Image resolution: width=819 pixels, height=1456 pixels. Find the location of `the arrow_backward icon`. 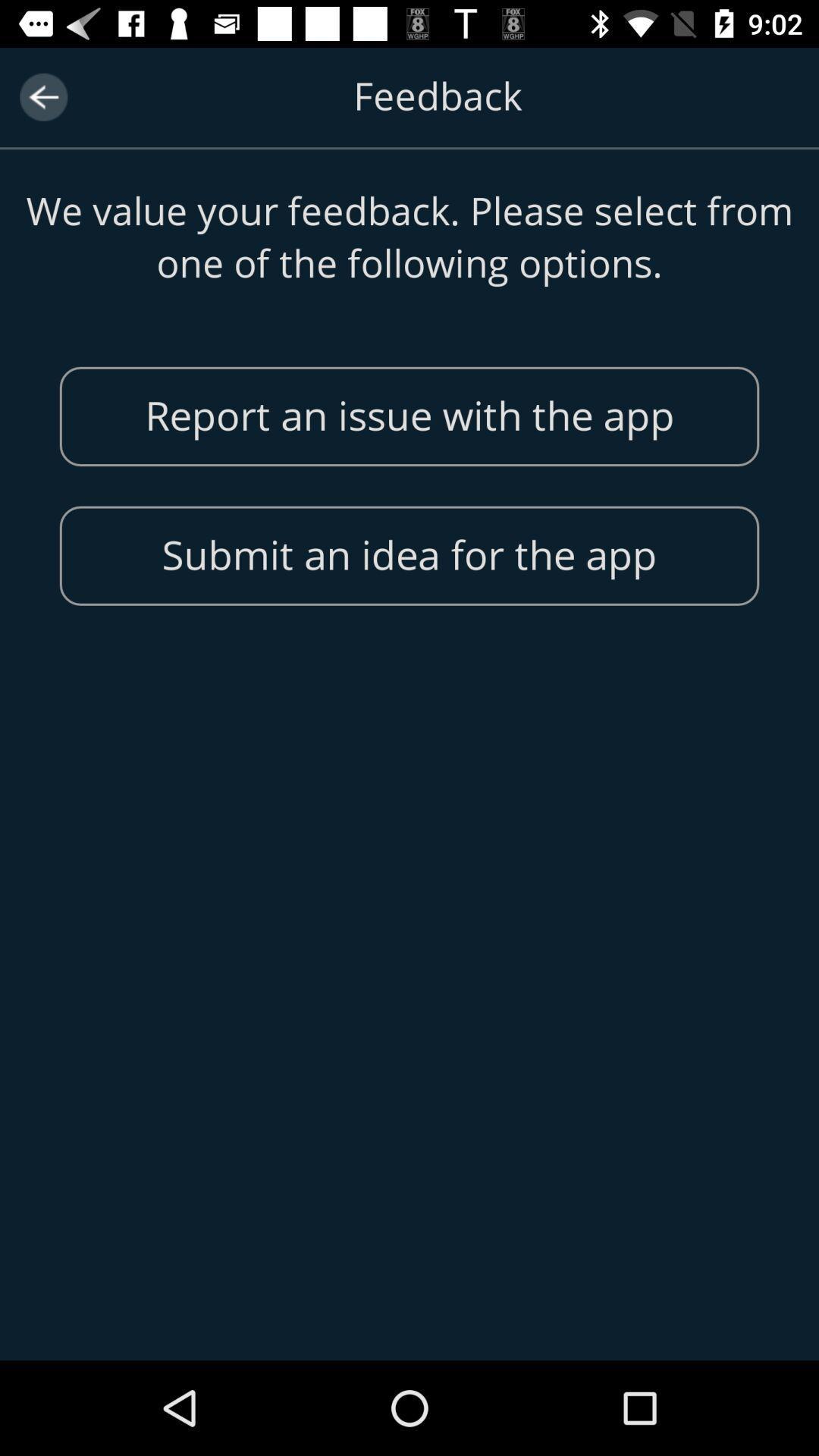

the arrow_backward icon is located at coordinates (42, 96).